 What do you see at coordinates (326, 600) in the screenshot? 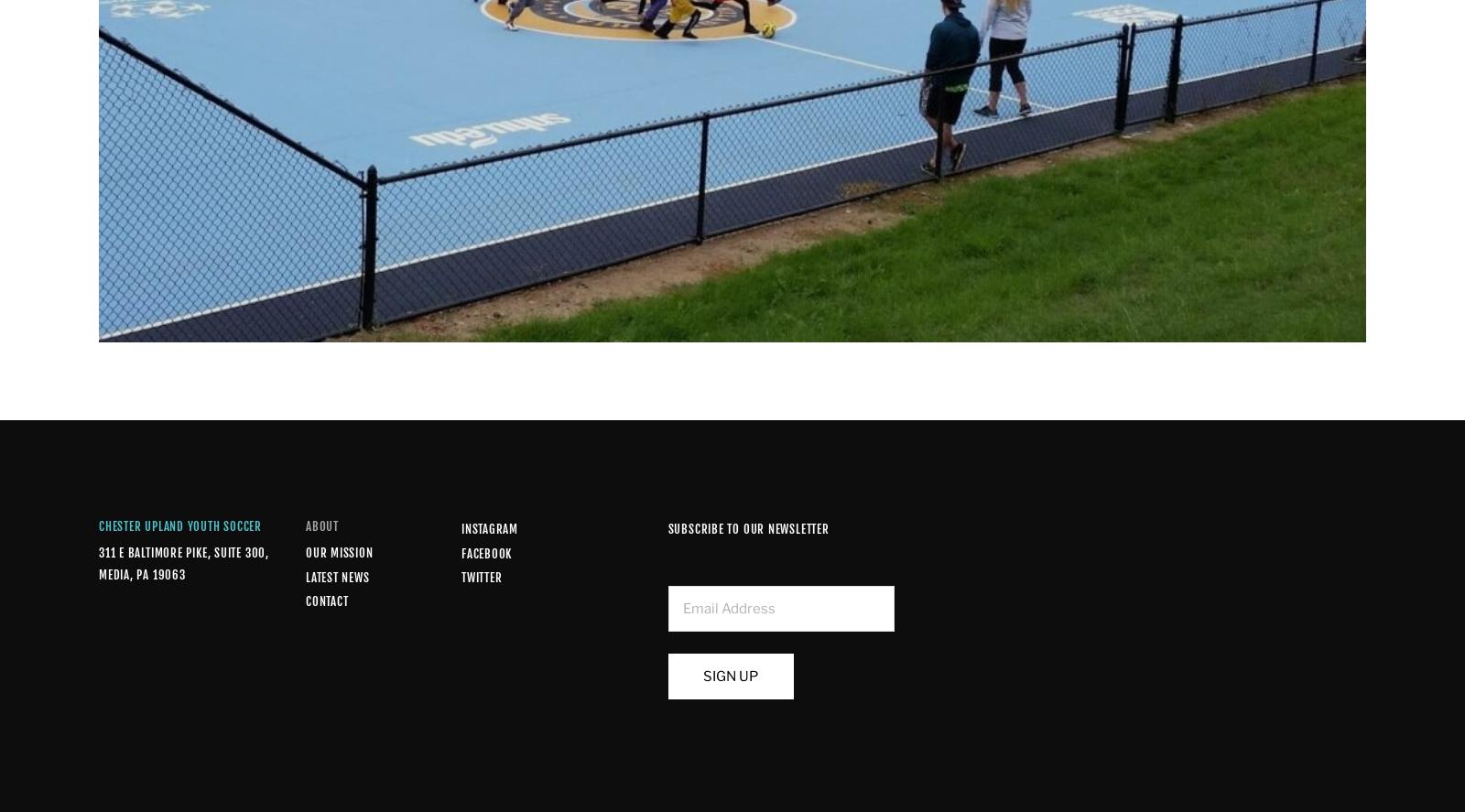
I see `'Contact'` at bounding box center [326, 600].